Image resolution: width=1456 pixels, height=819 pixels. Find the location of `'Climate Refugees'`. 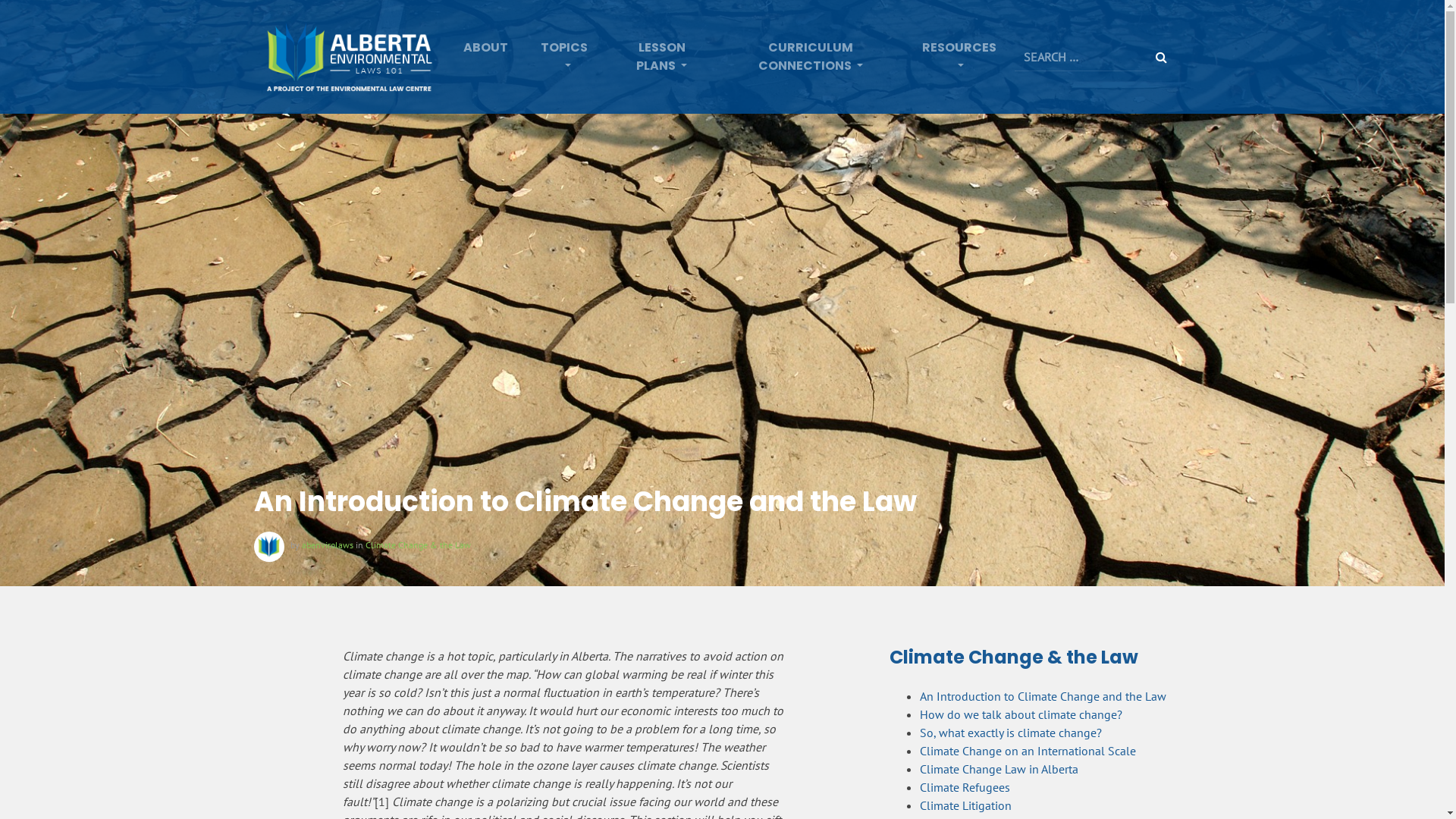

'Climate Refugees' is located at coordinates (964, 786).